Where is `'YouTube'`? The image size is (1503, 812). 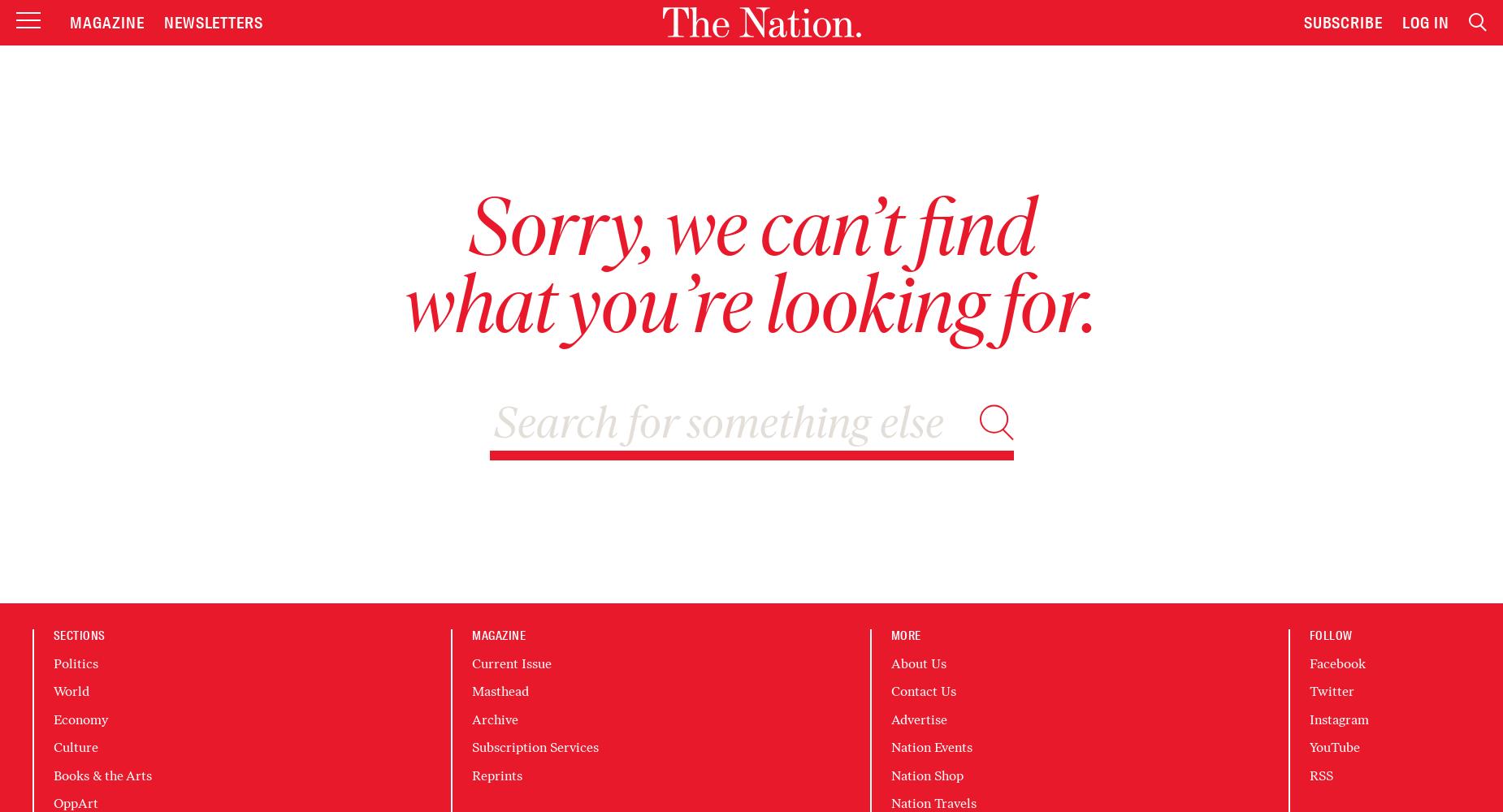
'YouTube' is located at coordinates (1308, 747).